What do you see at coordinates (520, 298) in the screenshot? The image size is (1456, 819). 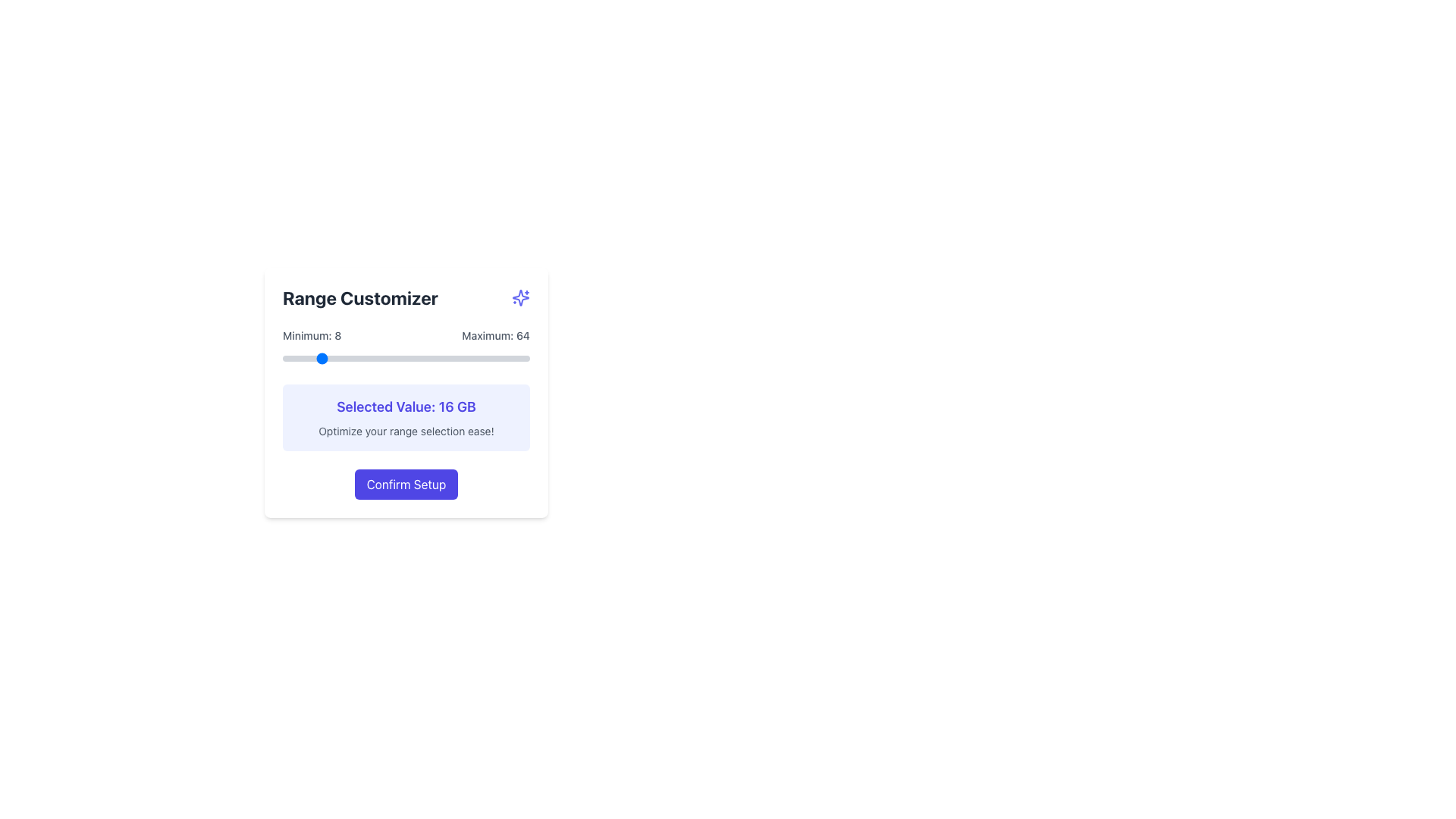 I see `the stylized indigo star-like icon with four points located in the top-right corner of the 'Range Customizer' card` at bounding box center [520, 298].